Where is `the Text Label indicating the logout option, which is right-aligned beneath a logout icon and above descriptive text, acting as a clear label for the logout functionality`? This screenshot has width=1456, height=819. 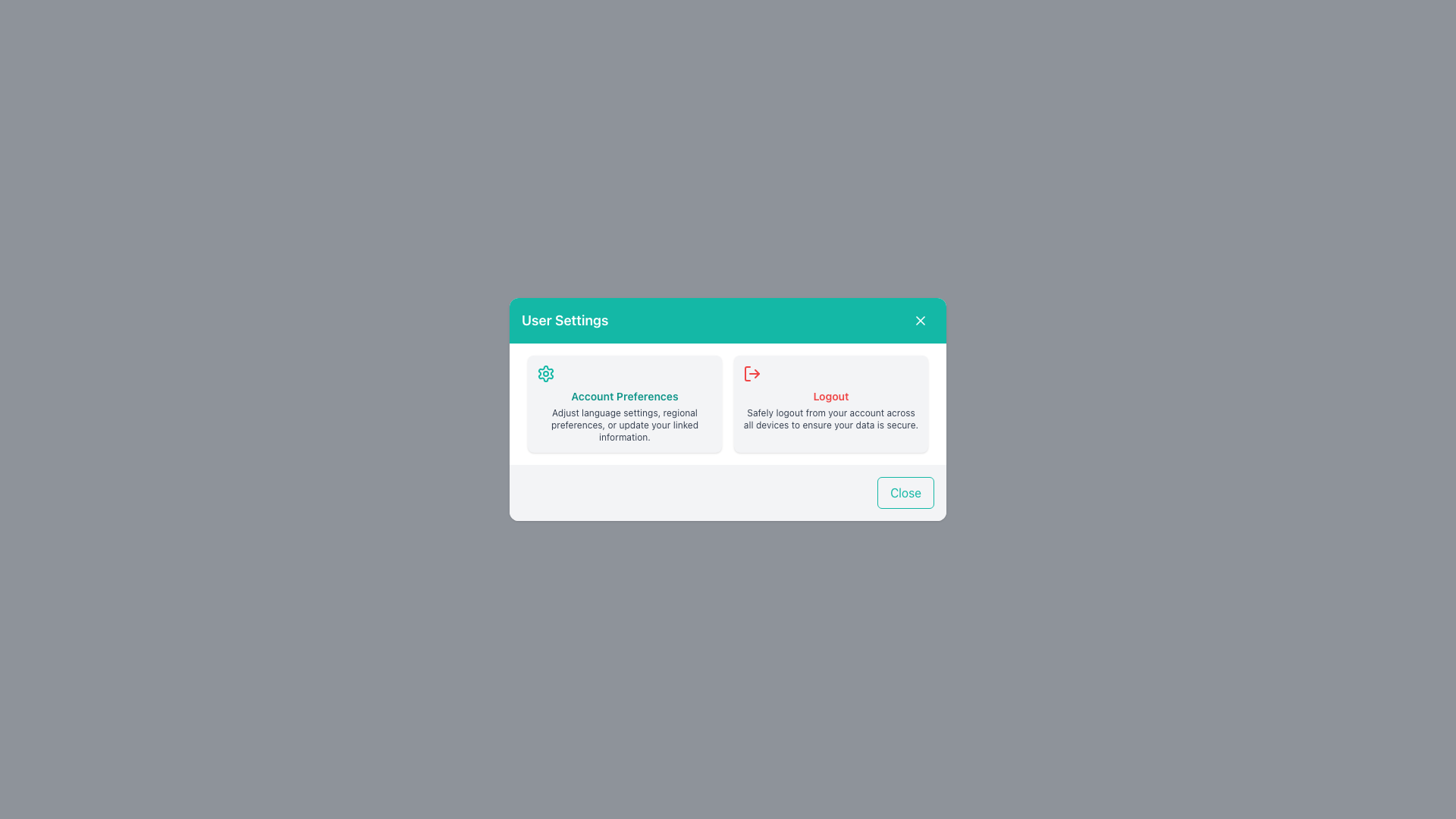 the Text Label indicating the logout option, which is right-aligned beneath a logout icon and above descriptive text, acting as a clear label for the logout functionality is located at coordinates (830, 396).